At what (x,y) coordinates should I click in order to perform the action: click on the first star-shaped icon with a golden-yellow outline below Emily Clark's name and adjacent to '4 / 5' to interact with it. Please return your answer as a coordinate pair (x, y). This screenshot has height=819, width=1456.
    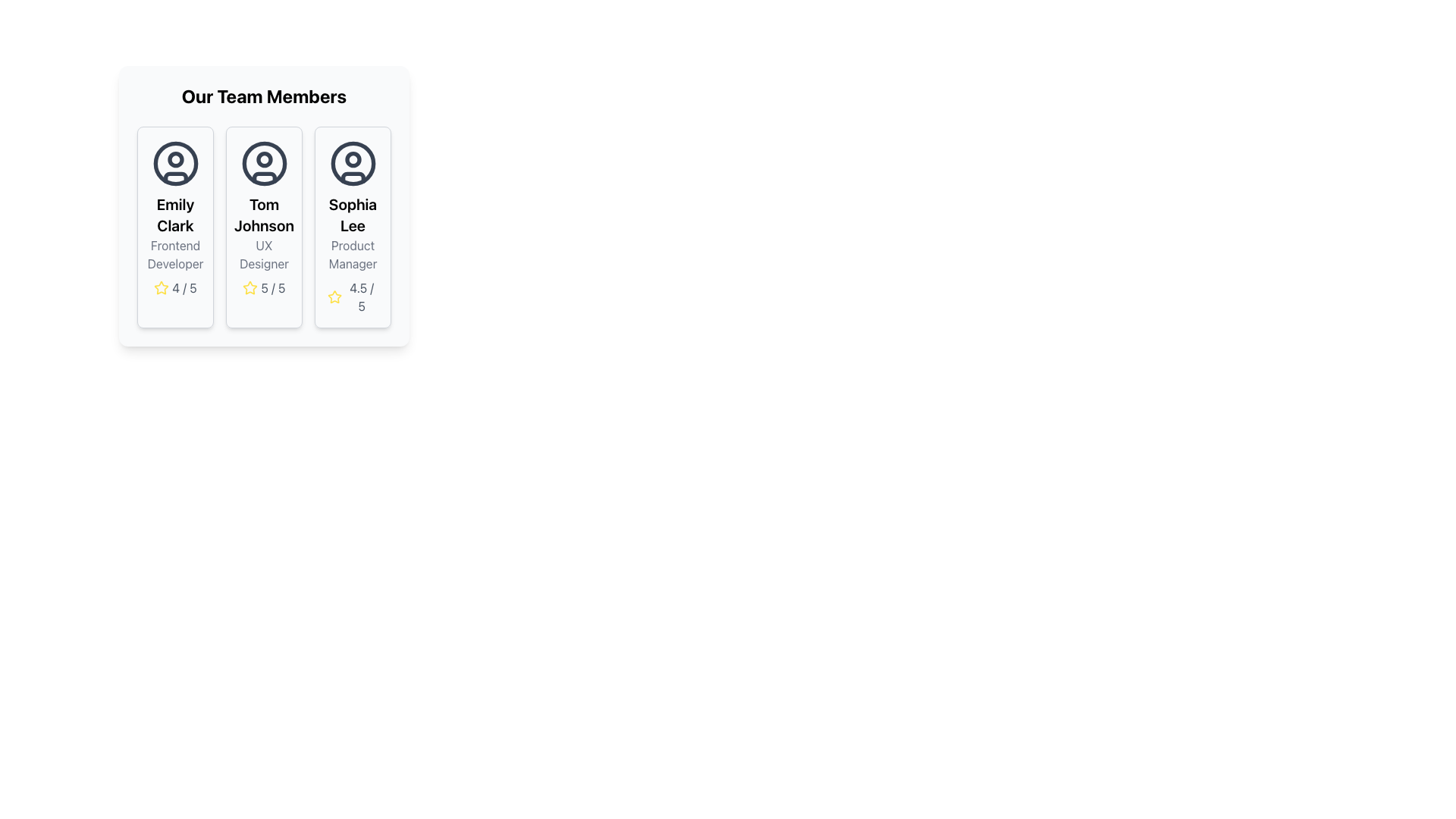
    Looking at the image, I should click on (162, 287).